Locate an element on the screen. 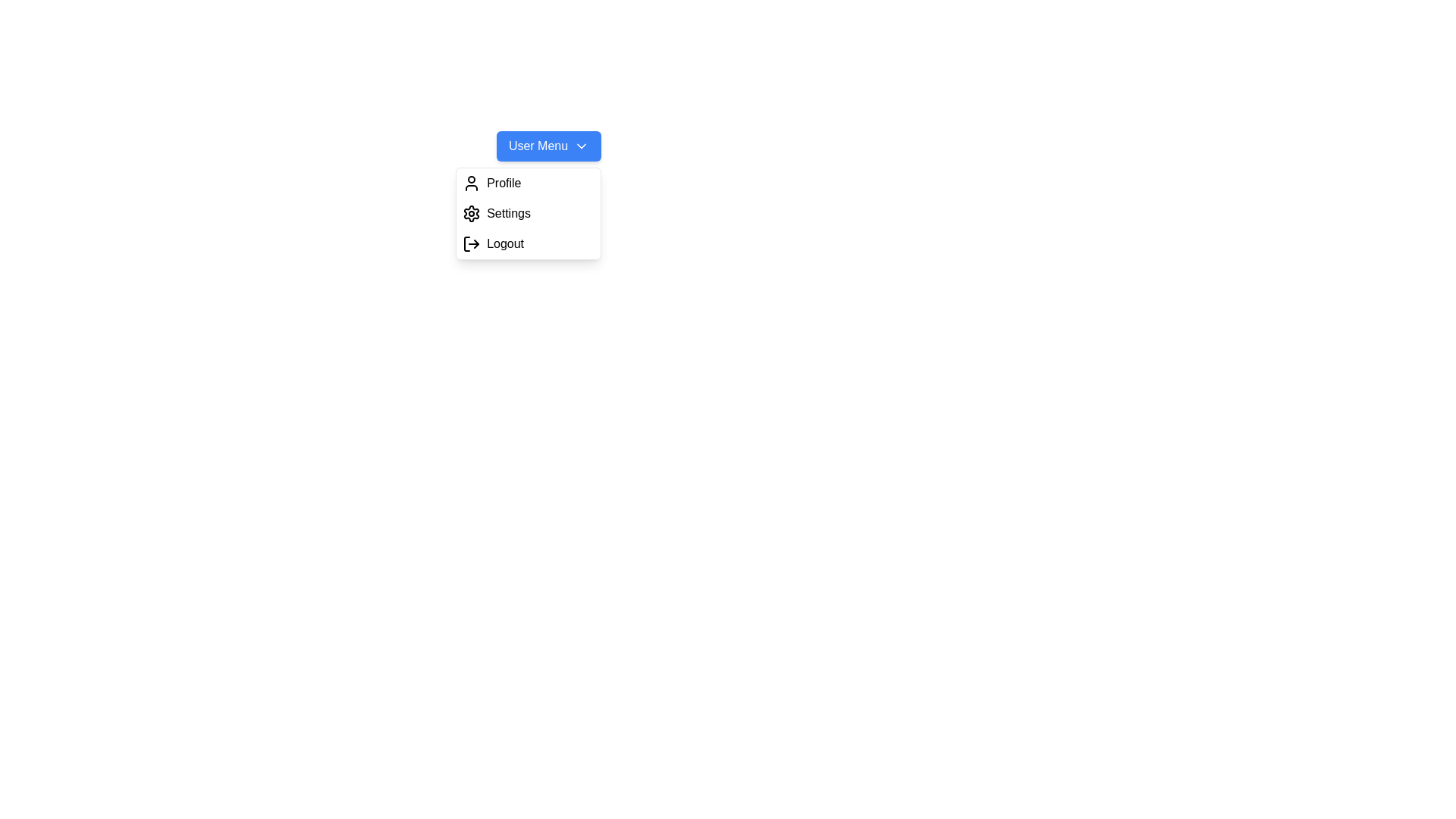 The image size is (1456, 819). the 'Settings' button in the dropdown menu under 'User Menu' to change its background color is located at coordinates (529, 213).